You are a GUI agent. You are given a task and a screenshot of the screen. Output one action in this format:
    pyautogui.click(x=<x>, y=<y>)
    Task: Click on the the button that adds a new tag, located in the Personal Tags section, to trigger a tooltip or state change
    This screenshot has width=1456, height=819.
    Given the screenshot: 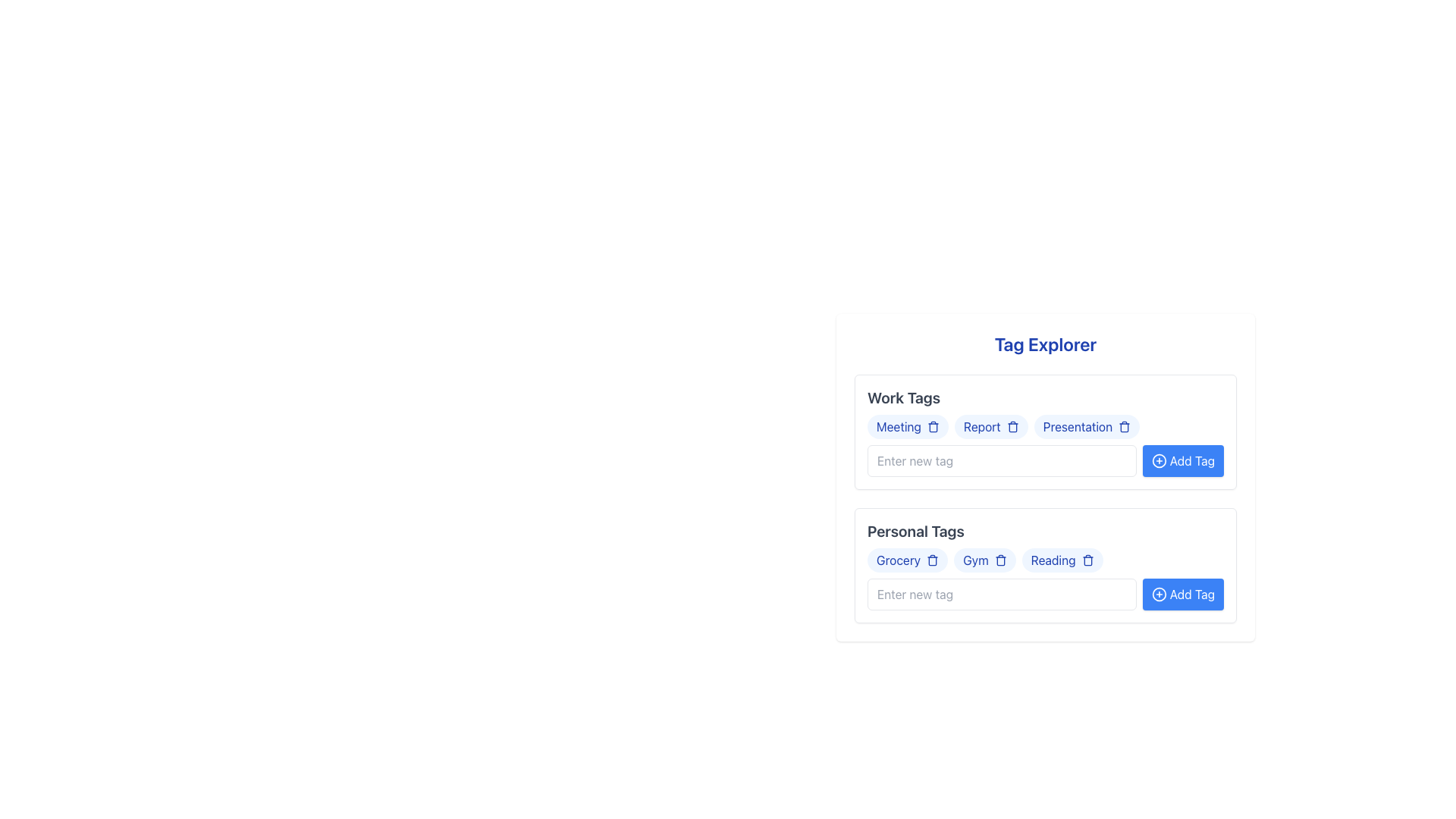 What is the action you would take?
    pyautogui.click(x=1182, y=593)
    